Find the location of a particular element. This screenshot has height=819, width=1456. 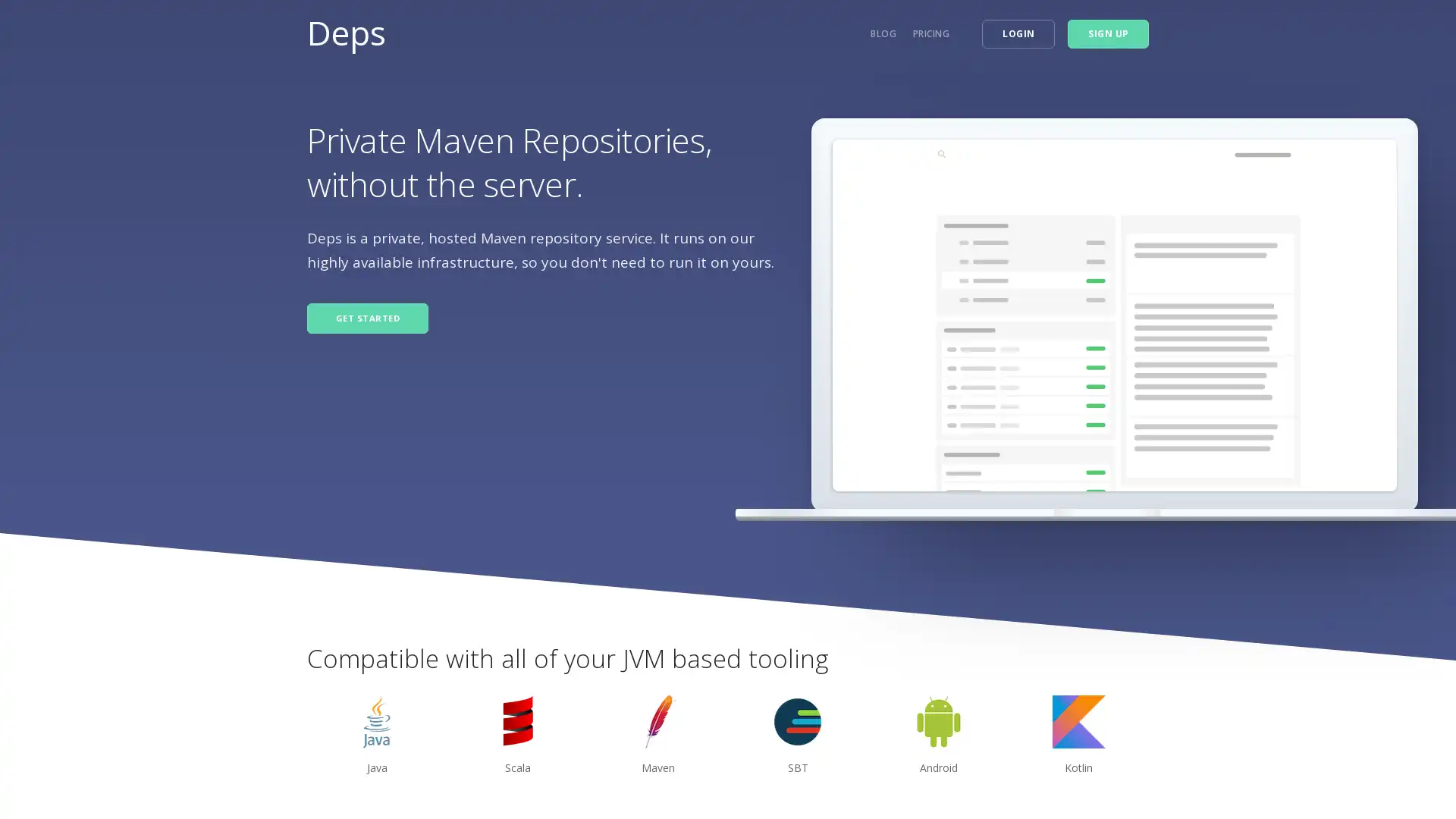

next is located at coordinates (1134, 736).